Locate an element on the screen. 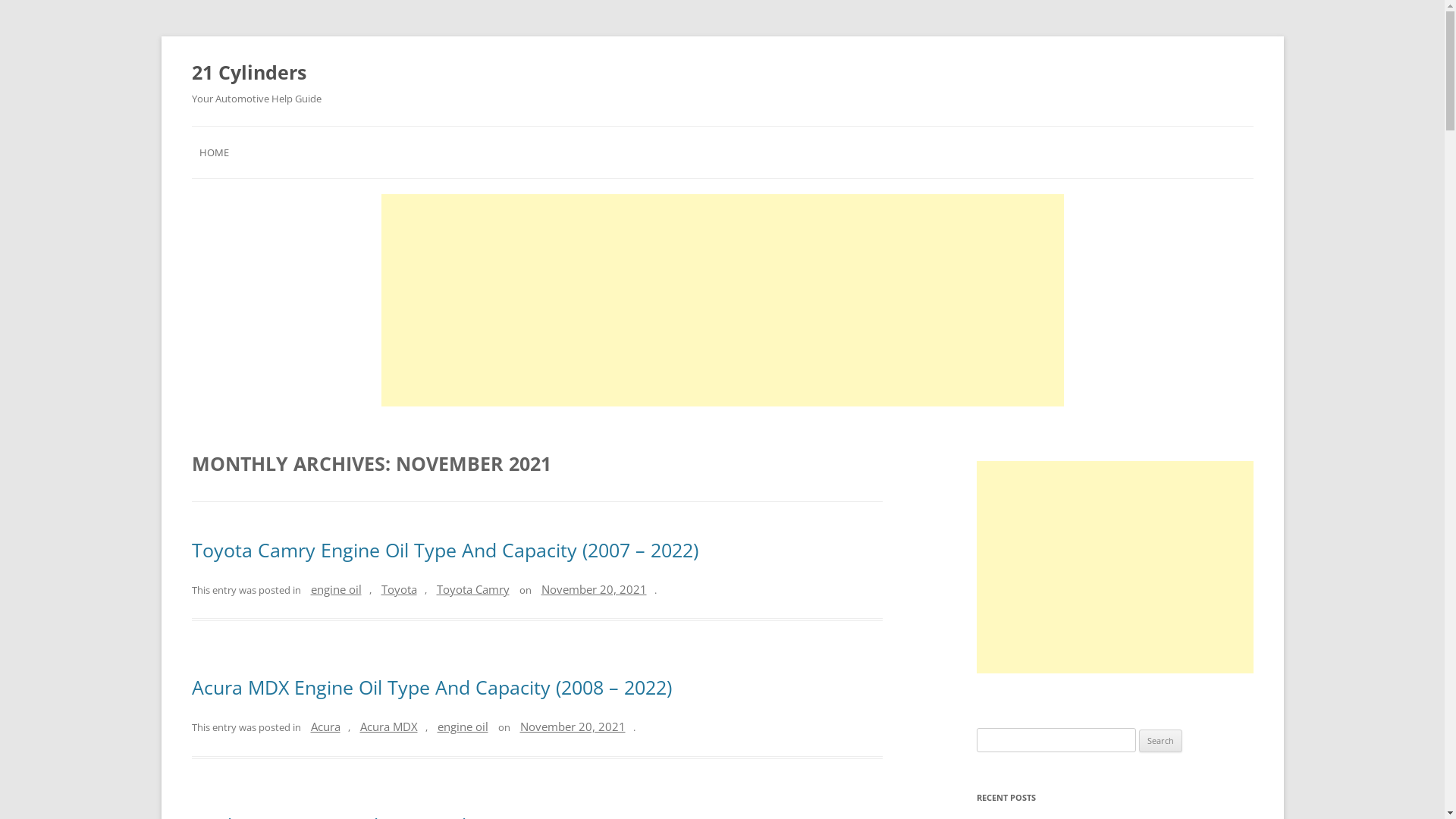 The image size is (1456, 819). '21 Cylinders' is located at coordinates (248, 72).